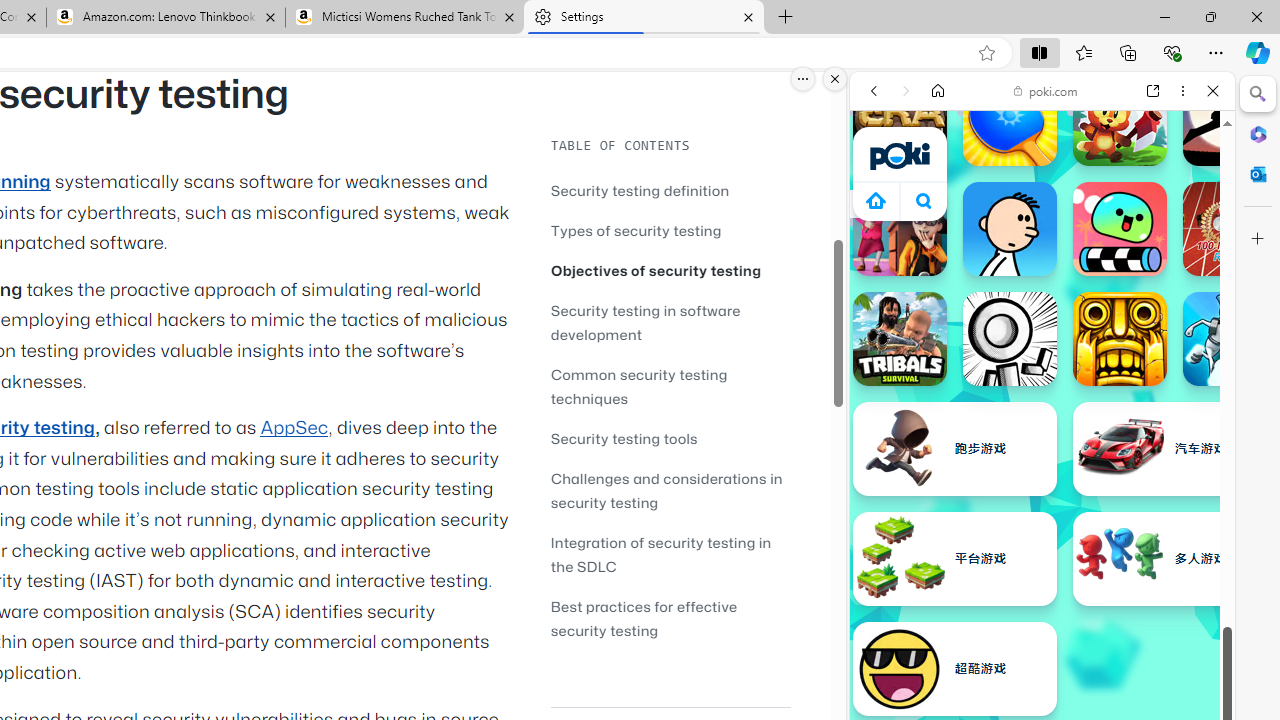 The image size is (1280, 720). I want to click on 'Security testing tools', so click(623, 437).